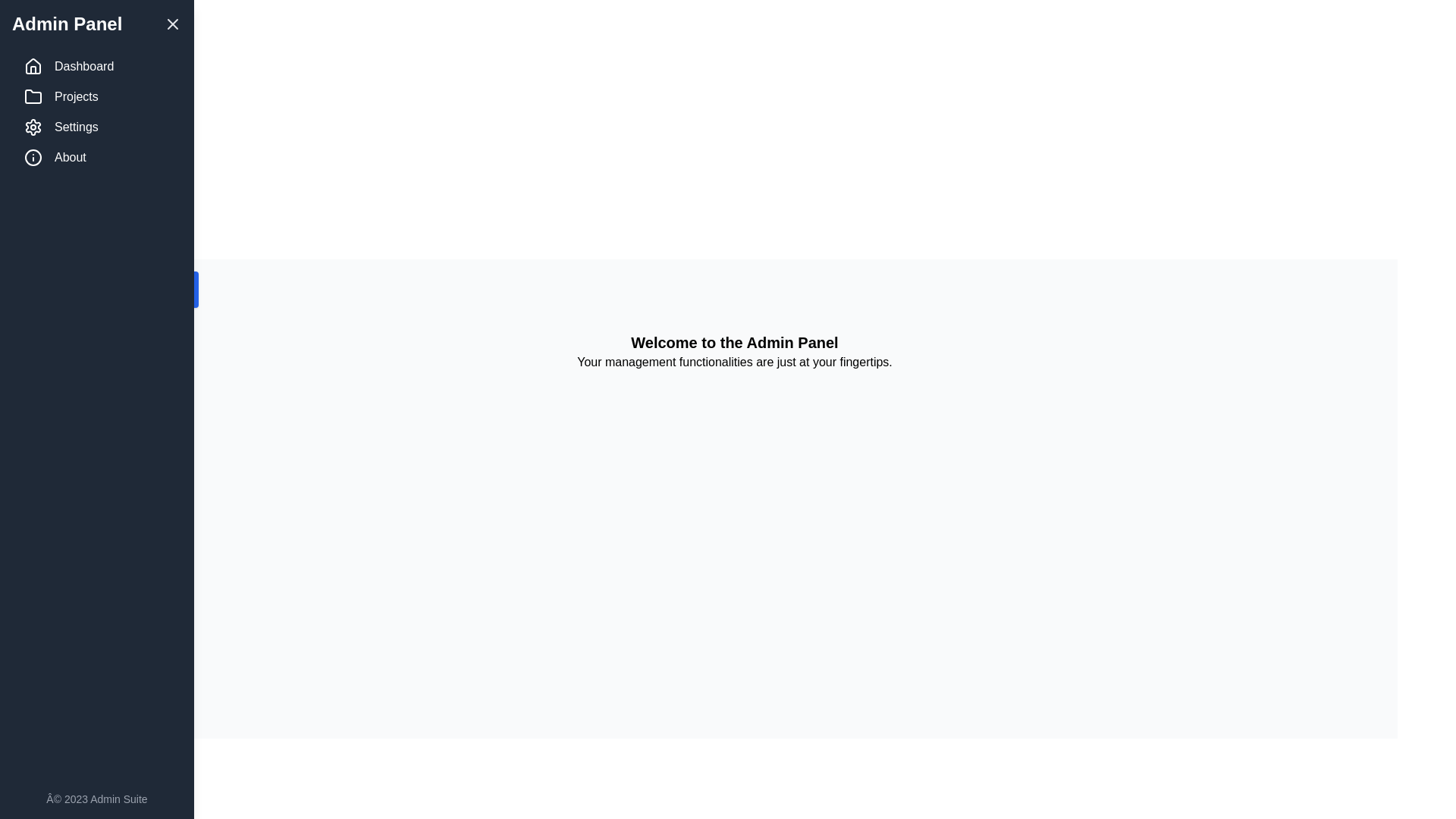  What do you see at coordinates (83, 66) in the screenshot?
I see `the 'Dashboard' menu label located in the dark blue sidebar under the 'Admin Panel' heading` at bounding box center [83, 66].